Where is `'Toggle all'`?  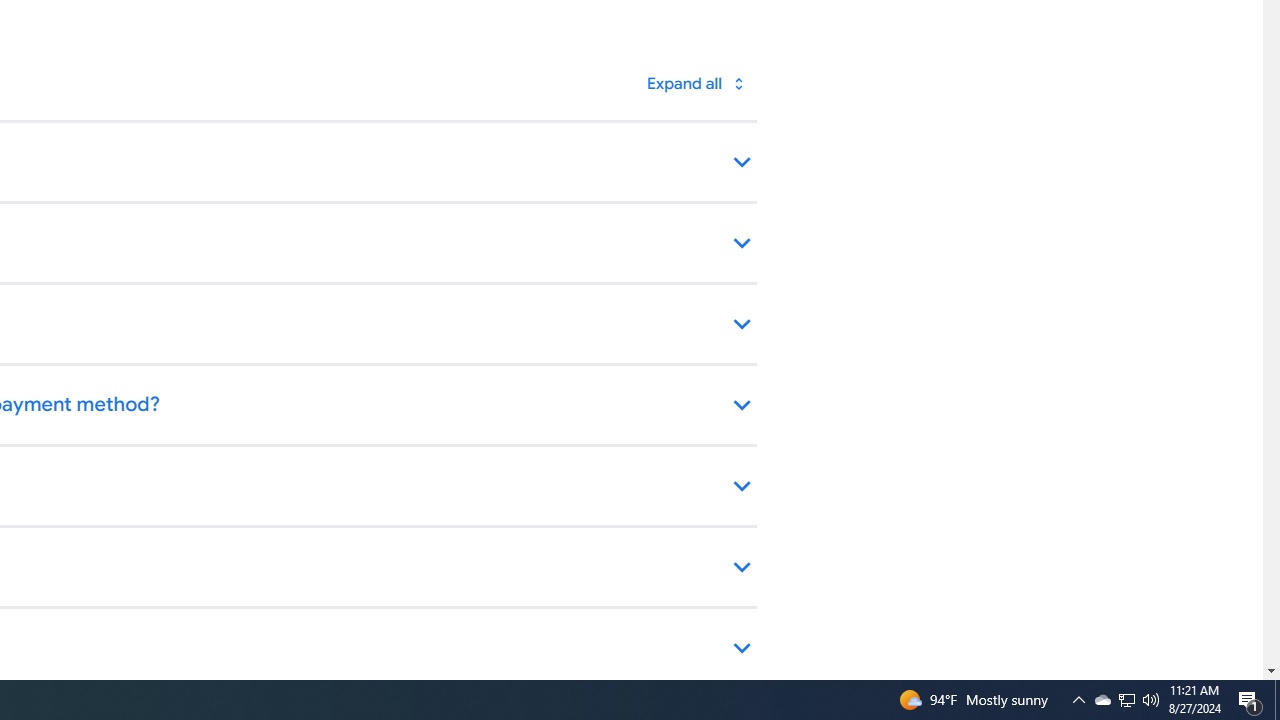
'Toggle all' is located at coordinates (695, 82).